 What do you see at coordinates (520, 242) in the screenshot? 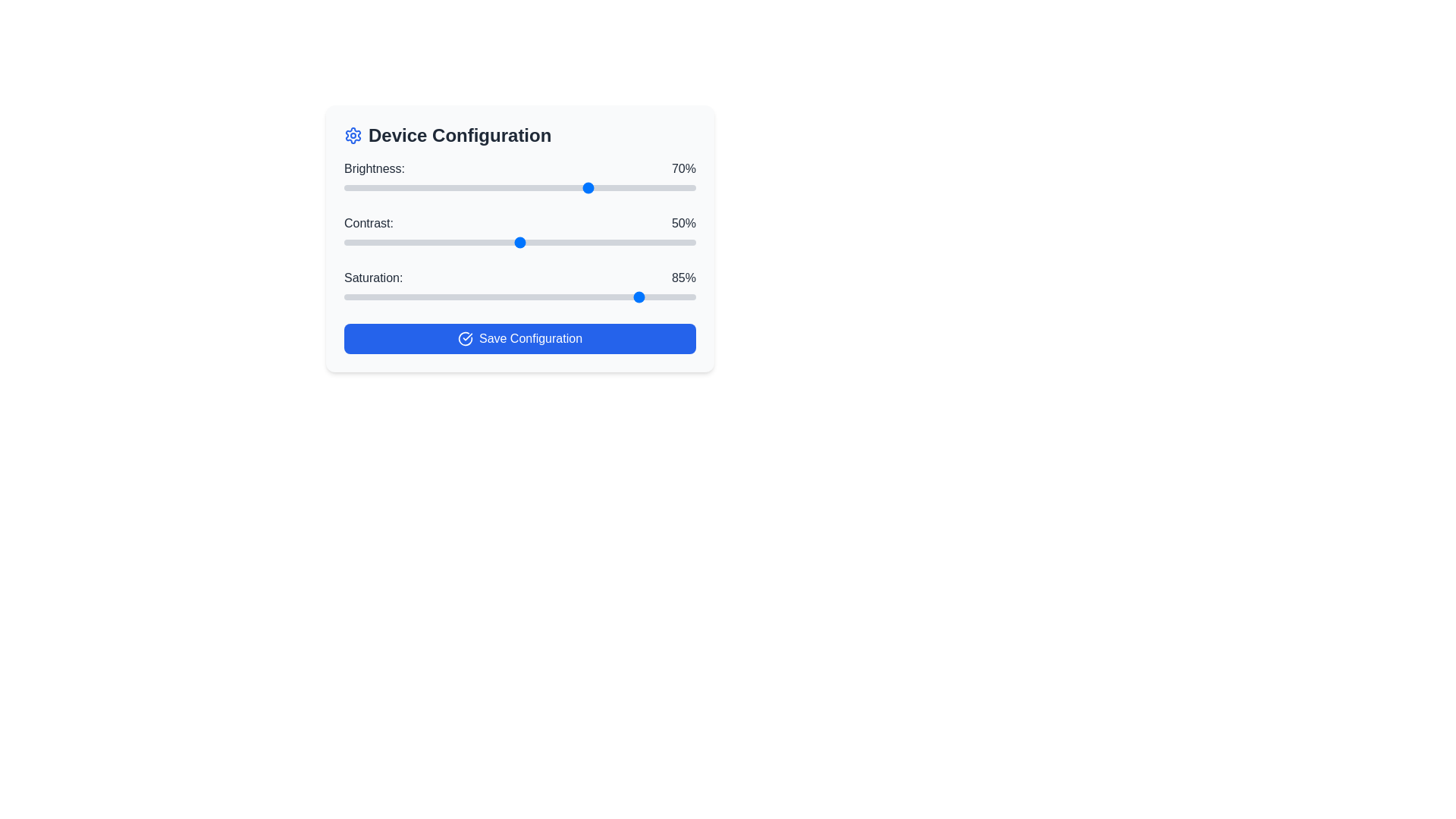
I see `the blue handle of the horizontal slider input located beneath the text 'Contrast: 50%' to potentially reveal additional information` at bounding box center [520, 242].